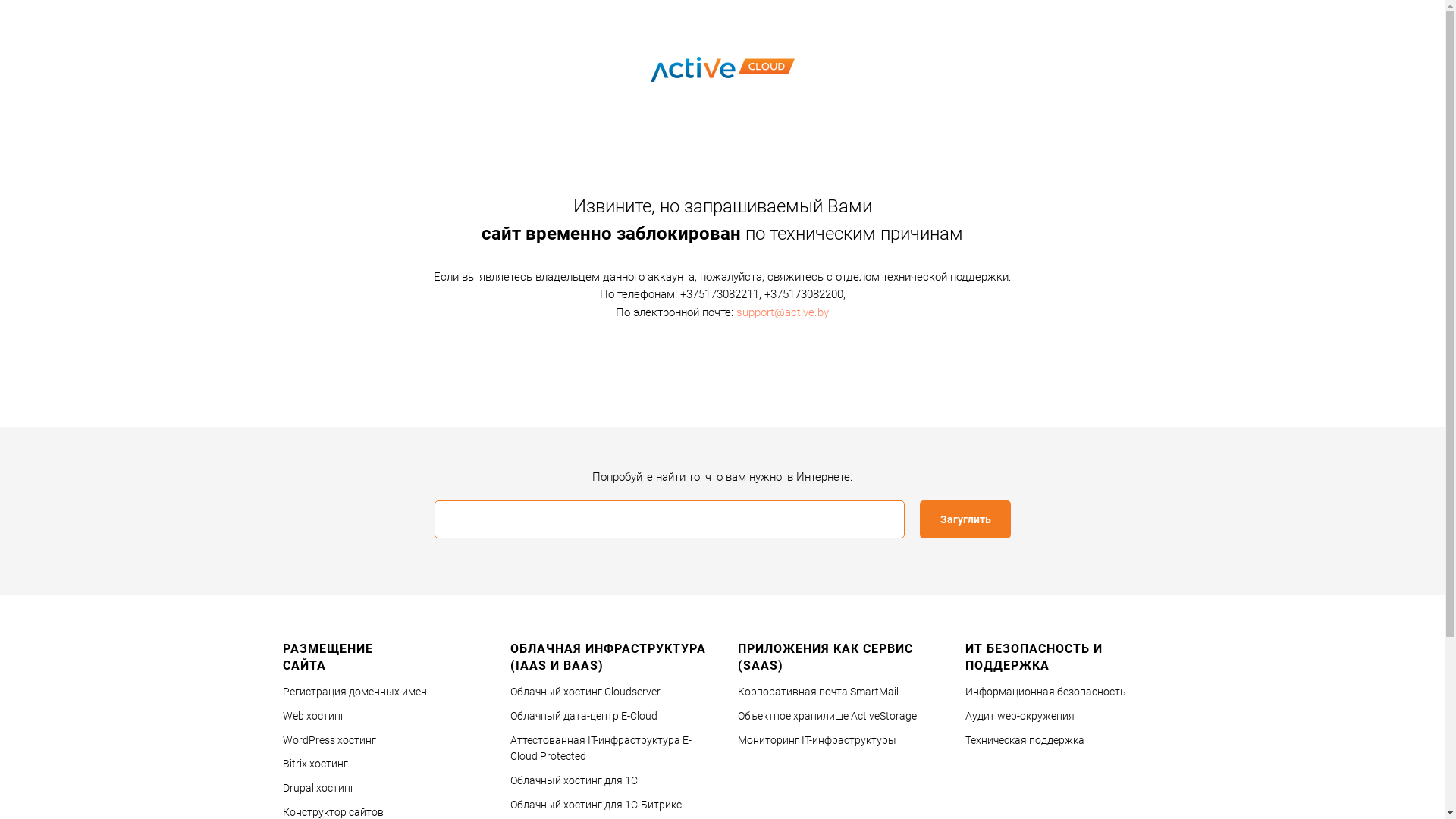 This screenshot has width=1456, height=819. Describe the element at coordinates (679, 294) in the screenshot. I see `'+375173082211'` at that location.